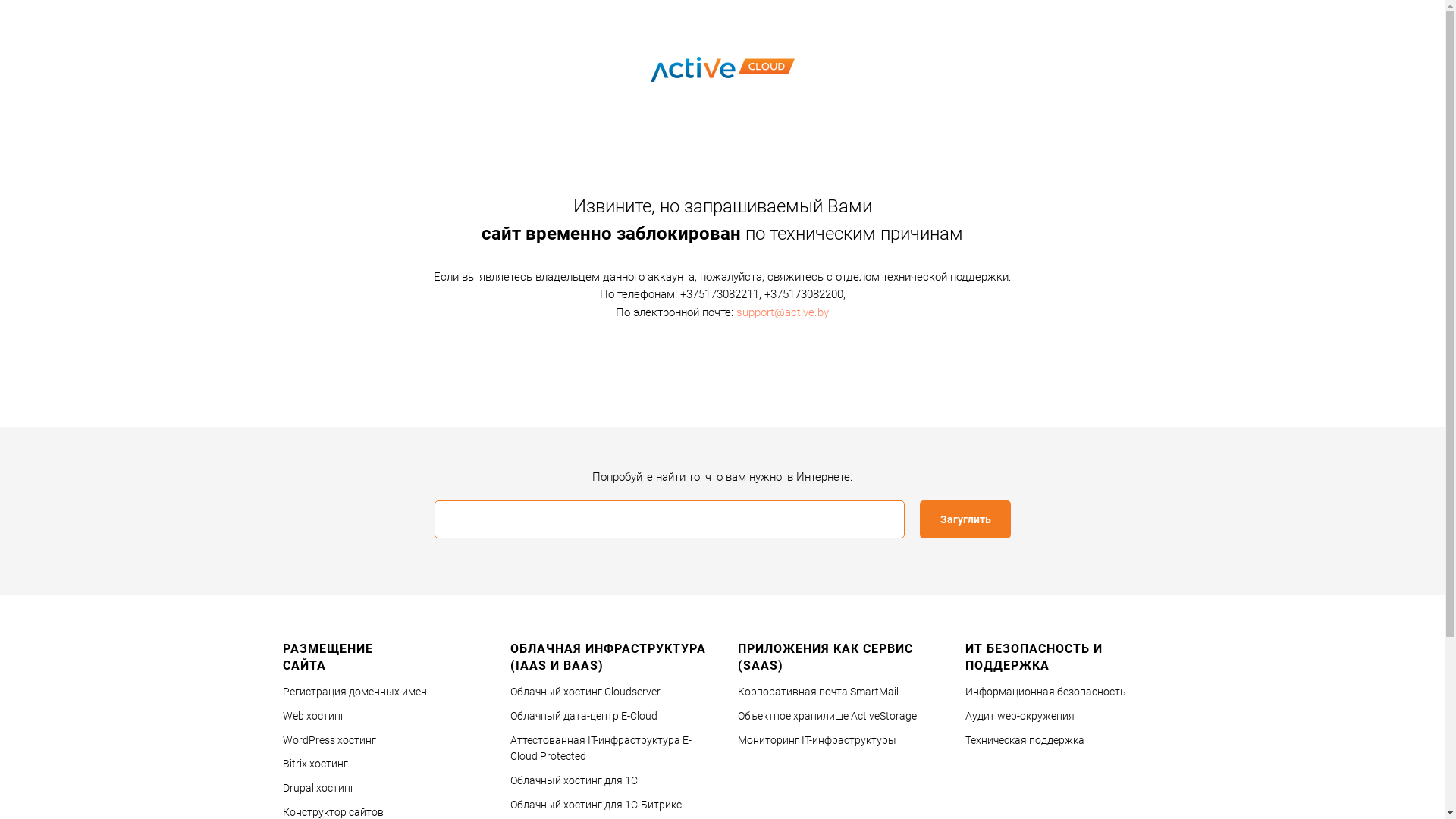 This screenshot has width=1456, height=819. Describe the element at coordinates (679, 294) in the screenshot. I see `'+375173082211'` at that location.